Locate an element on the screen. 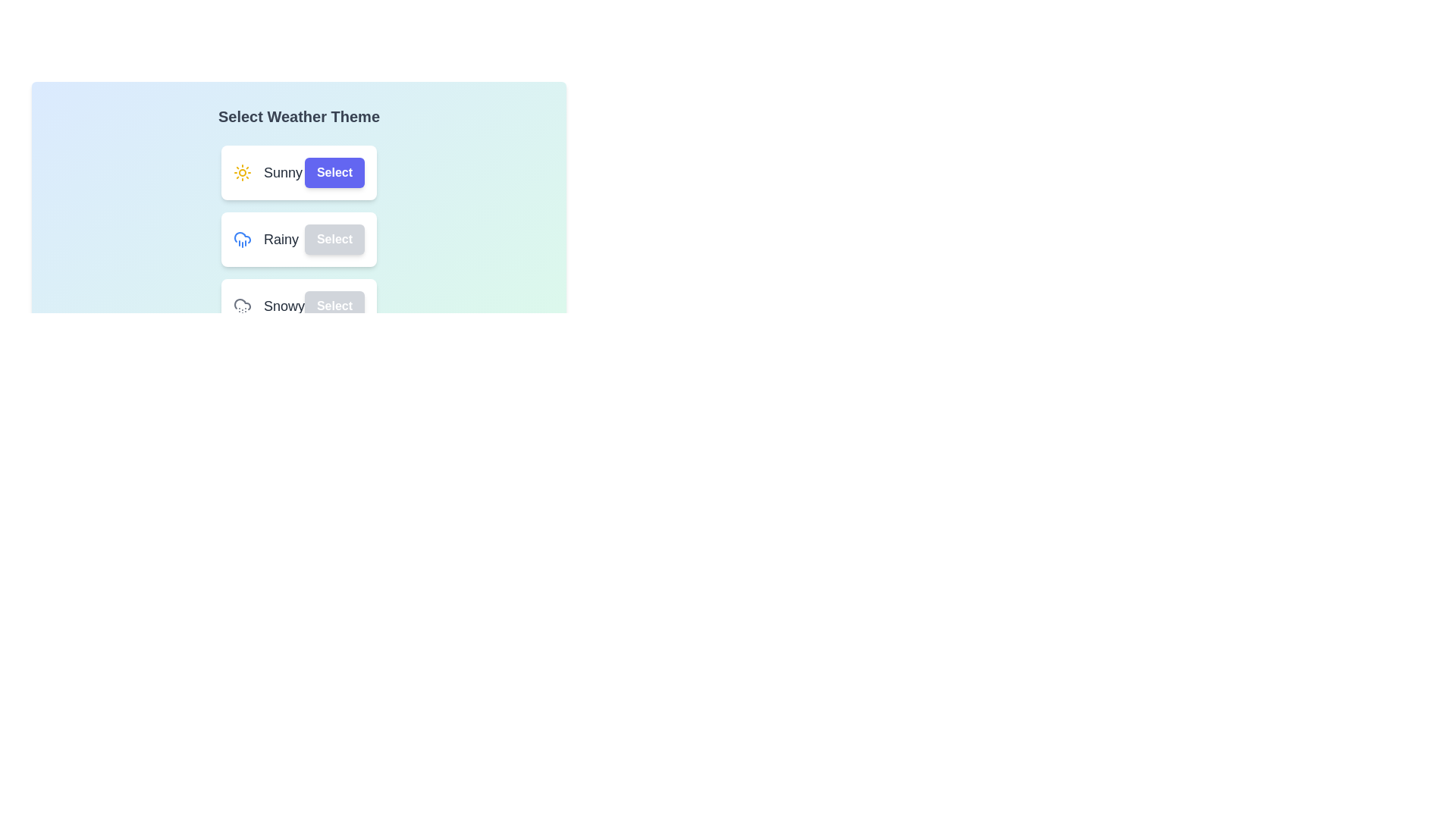  the icon for the rainy weather theme is located at coordinates (241, 239).